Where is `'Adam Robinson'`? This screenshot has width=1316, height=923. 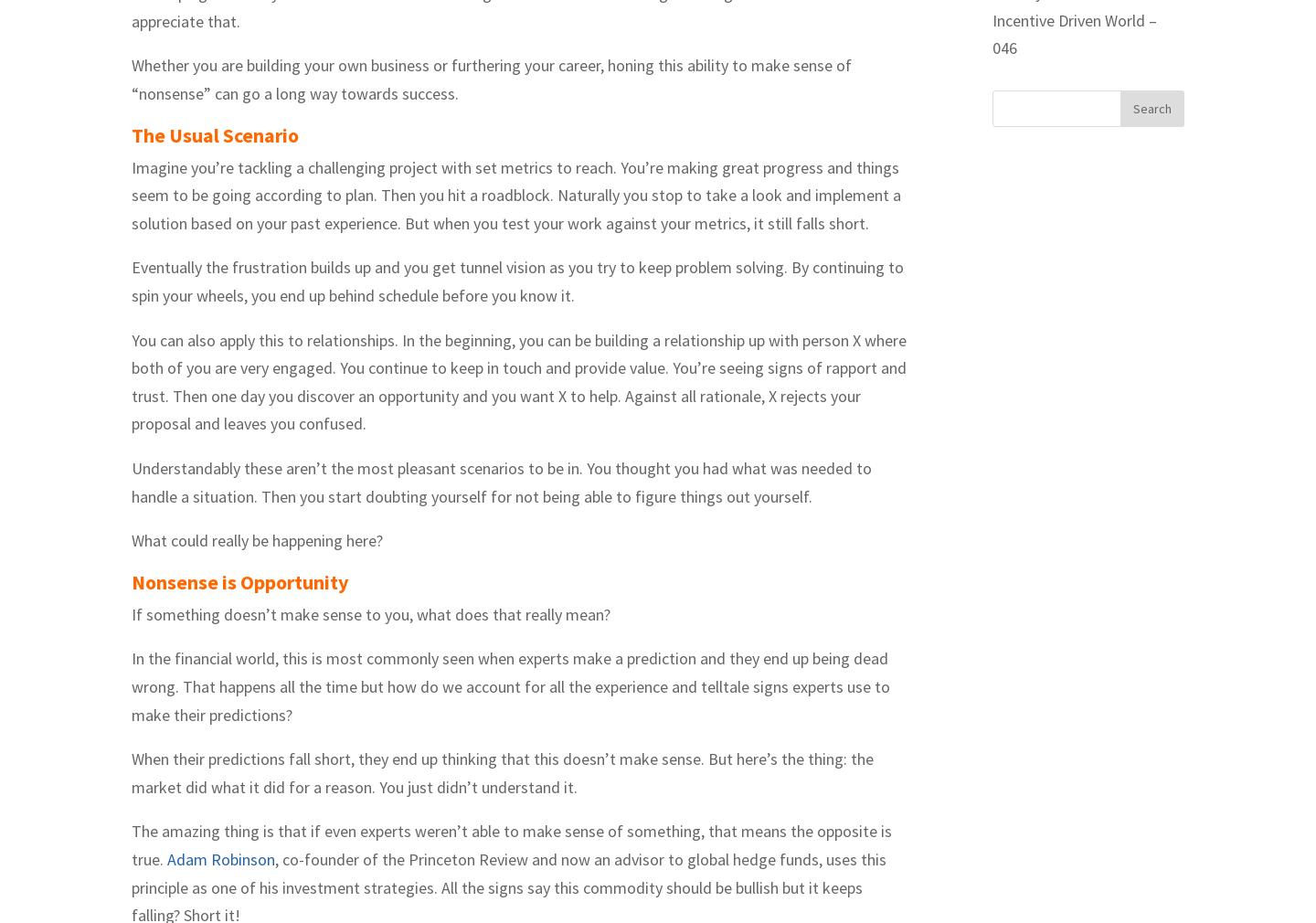
'Adam Robinson' is located at coordinates (220, 858).